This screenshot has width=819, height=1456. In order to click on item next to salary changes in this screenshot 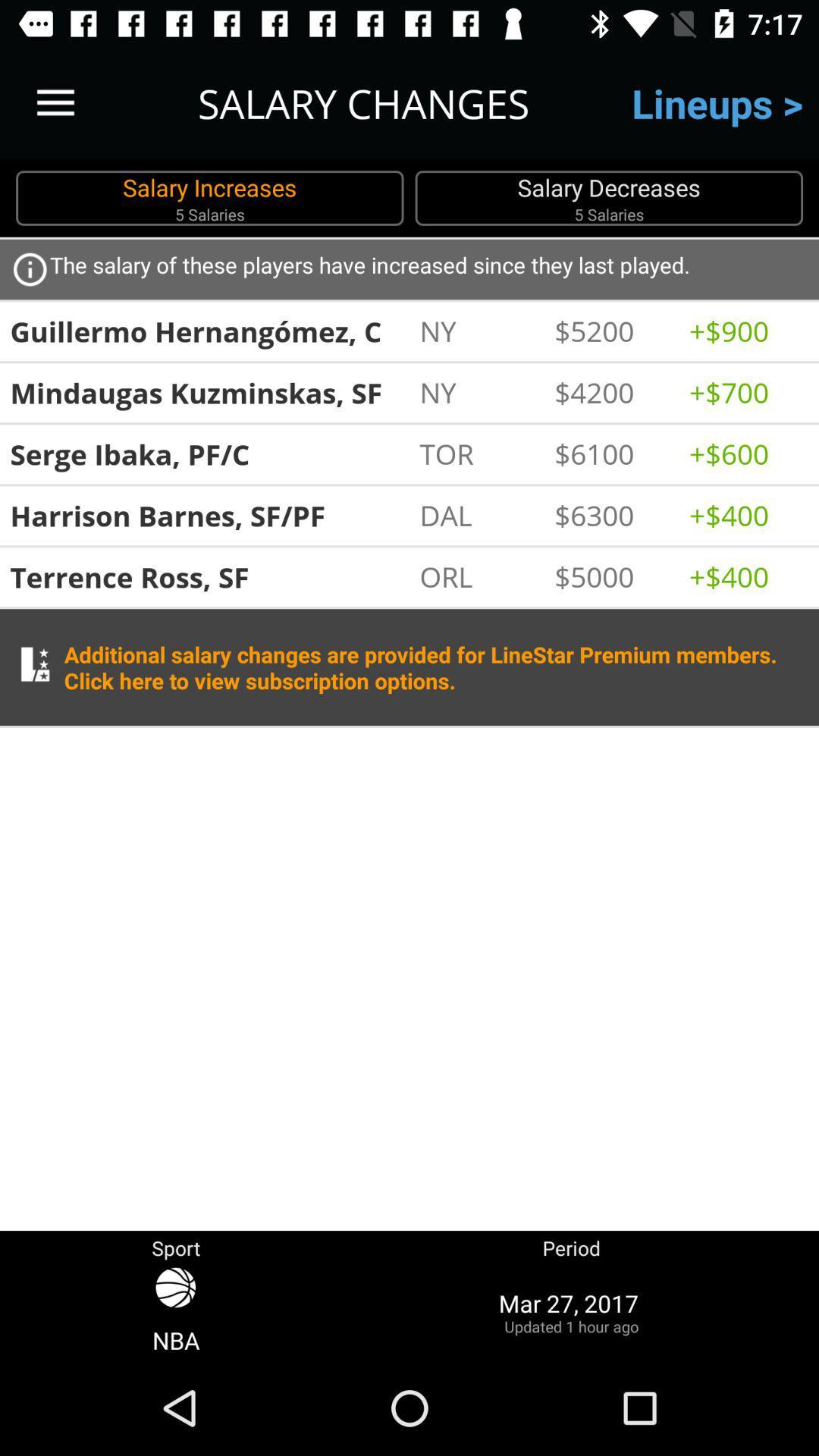, I will do `click(55, 102)`.